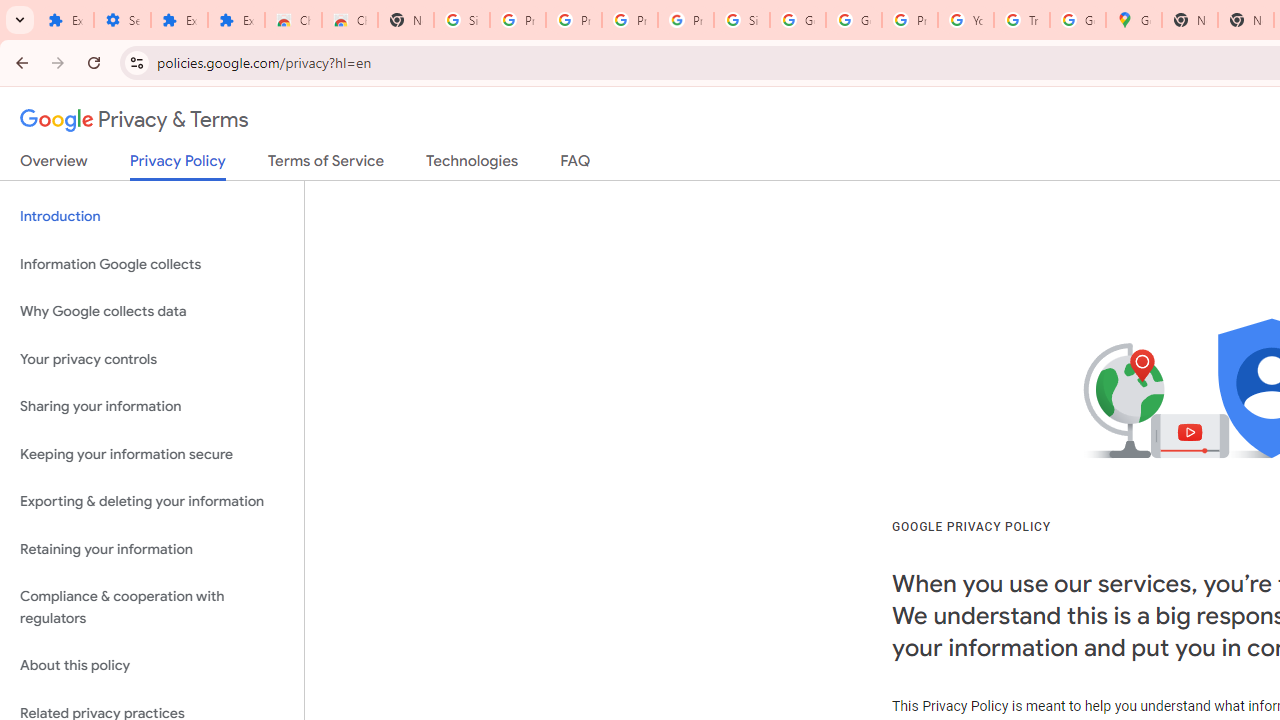 The image size is (1280, 720). Describe the element at coordinates (151, 666) in the screenshot. I see `'About this policy'` at that location.